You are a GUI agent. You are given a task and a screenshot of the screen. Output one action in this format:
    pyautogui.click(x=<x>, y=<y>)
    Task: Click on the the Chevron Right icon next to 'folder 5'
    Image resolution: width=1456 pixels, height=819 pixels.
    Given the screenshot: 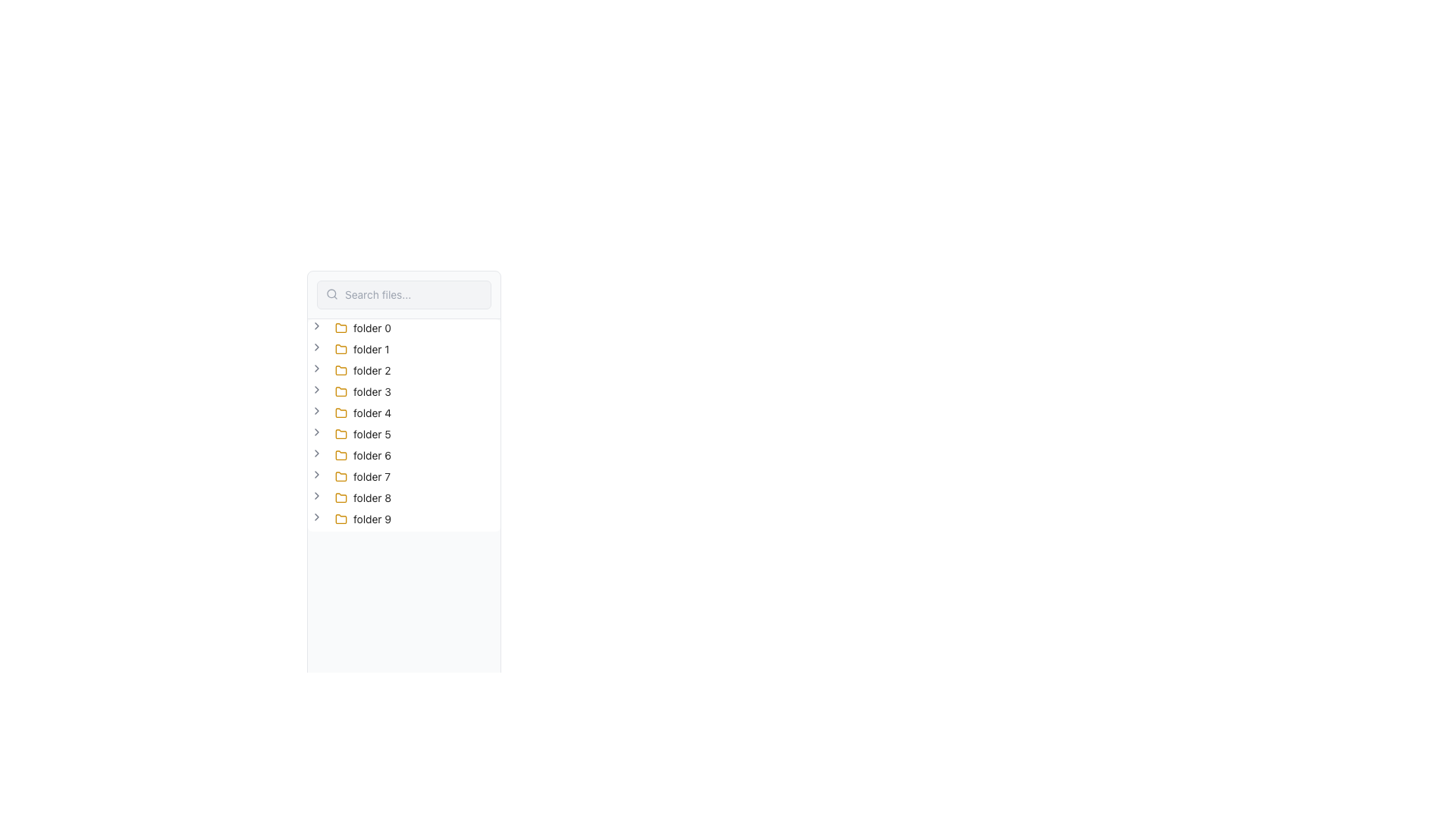 What is the action you would take?
    pyautogui.click(x=315, y=432)
    